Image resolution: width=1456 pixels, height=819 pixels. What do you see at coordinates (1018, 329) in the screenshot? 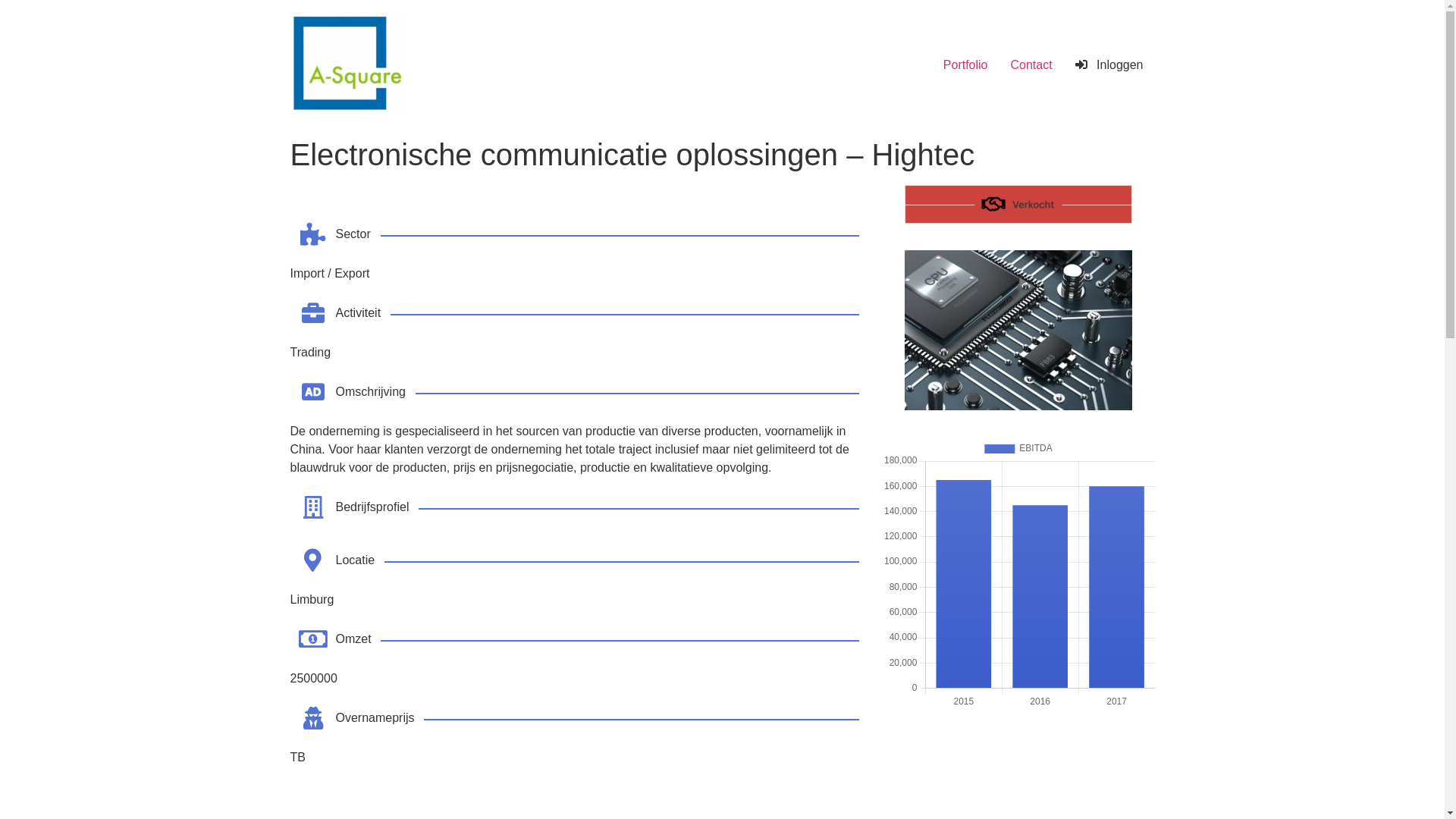
I see `'d1dd8f27-c141-33ac-586f-3cbe076c2361'` at bounding box center [1018, 329].